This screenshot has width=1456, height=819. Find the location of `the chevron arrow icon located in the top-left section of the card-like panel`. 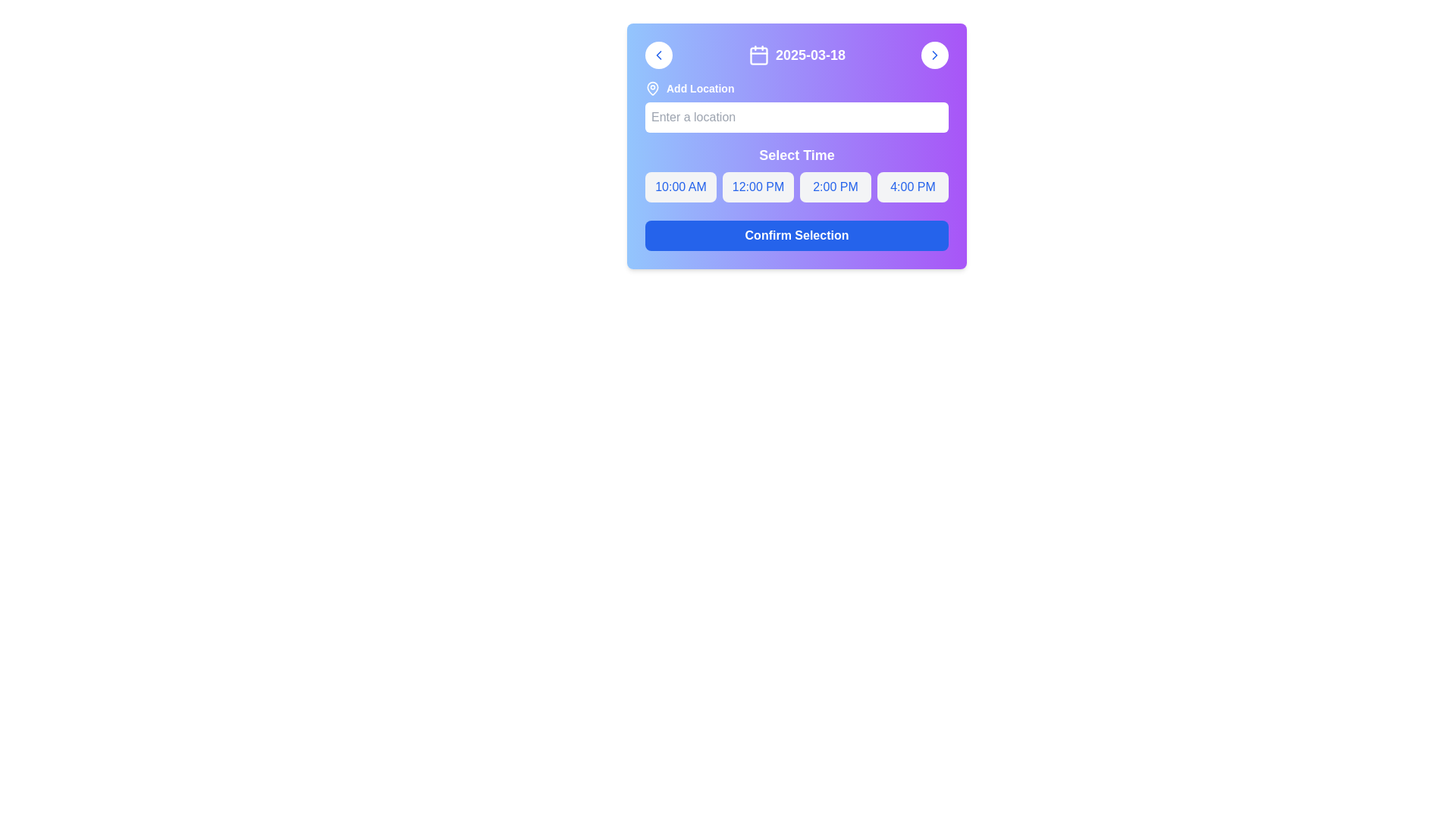

the chevron arrow icon located in the top-left section of the card-like panel is located at coordinates (658, 55).